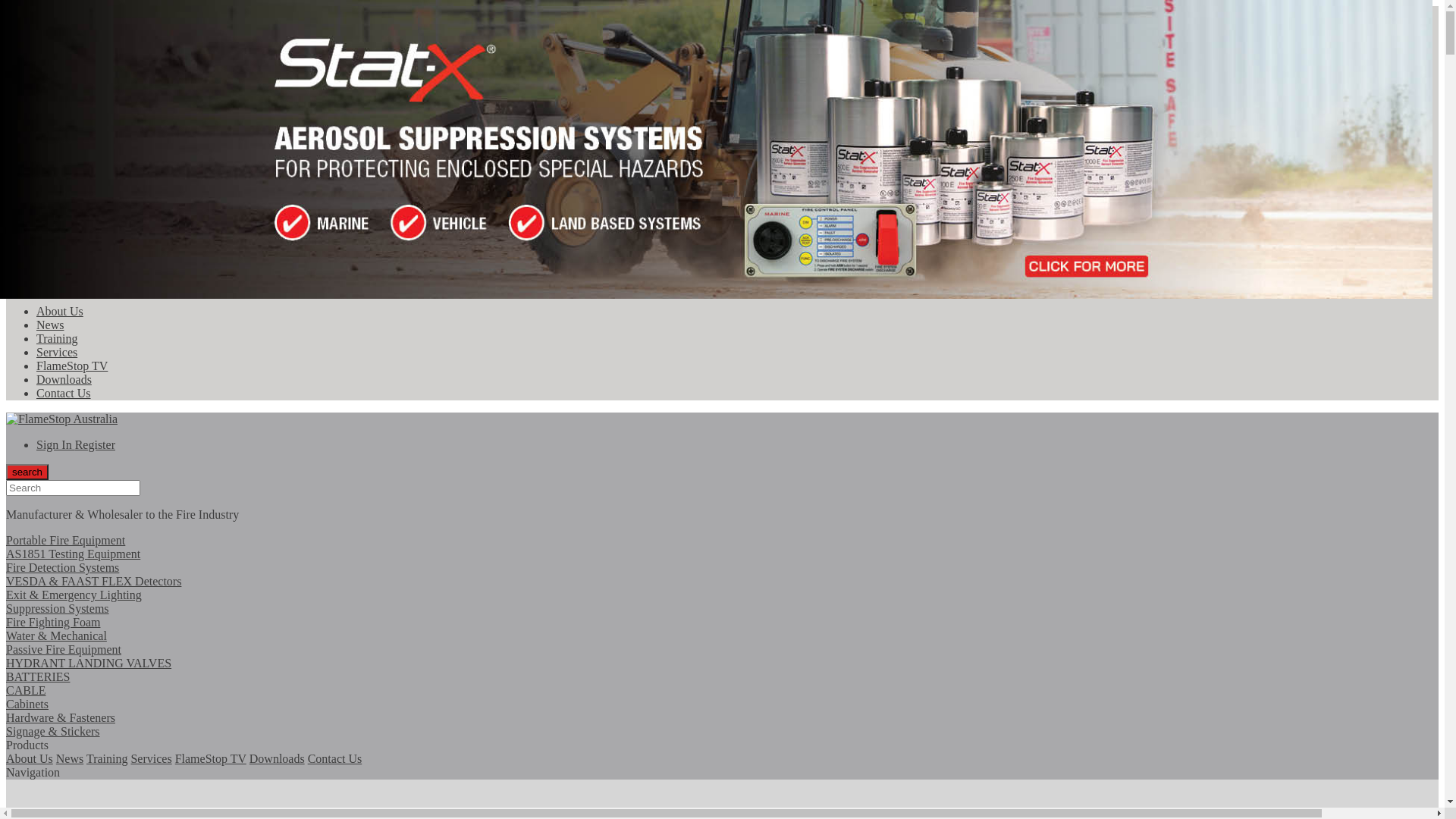 The height and width of the screenshot is (819, 1456). Describe the element at coordinates (6, 629) in the screenshot. I see `'Fire Fighting Foam'` at that location.